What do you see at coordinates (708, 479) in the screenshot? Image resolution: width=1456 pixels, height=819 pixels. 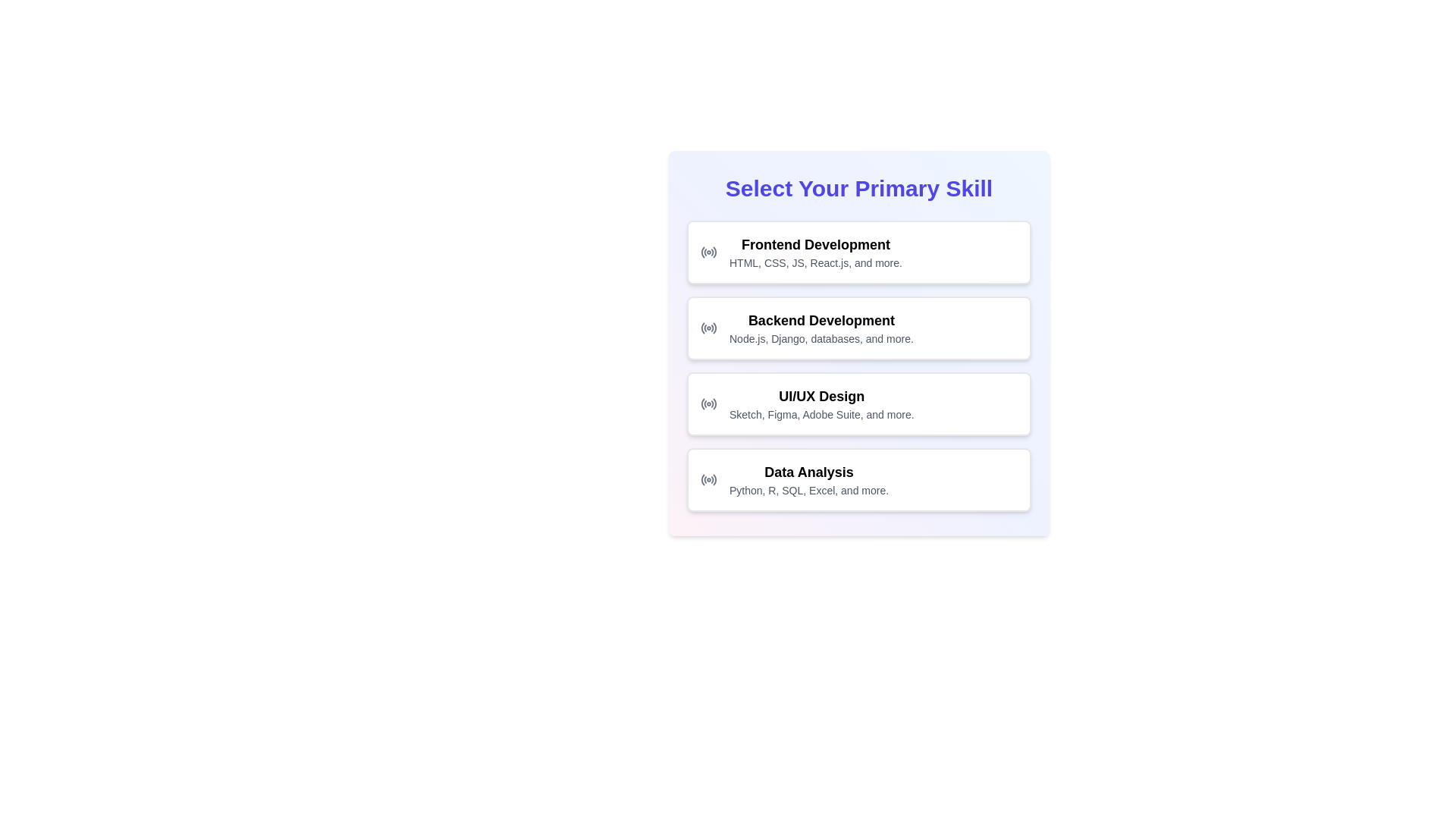 I see `the radio signal icon, which consists of concentric circular waves and a central dot, located in the top-left corner of the 'Data Analysis' section under 'Select Your Primary Skill'` at bounding box center [708, 479].